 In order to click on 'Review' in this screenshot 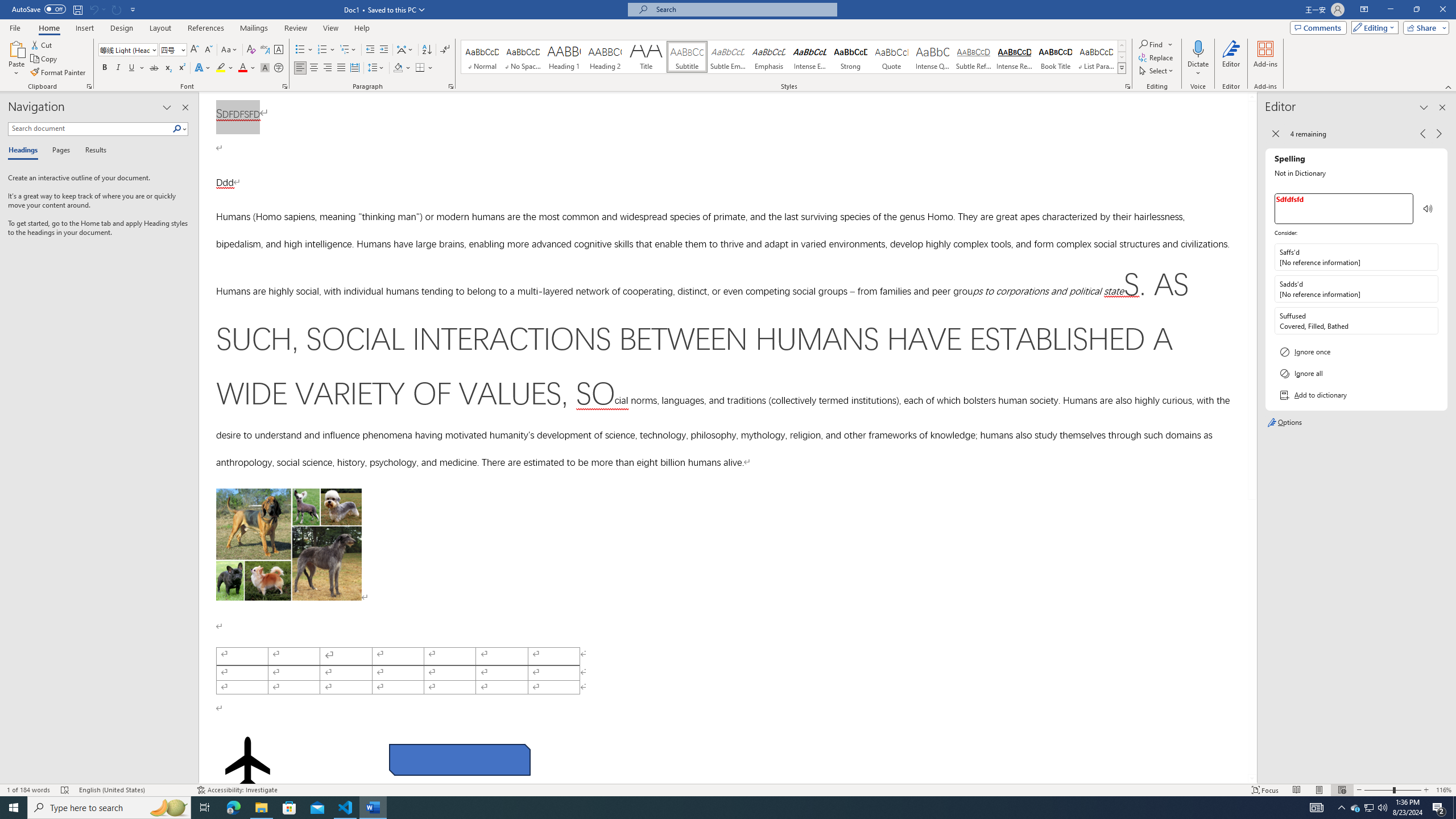, I will do `click(295, 28)`.